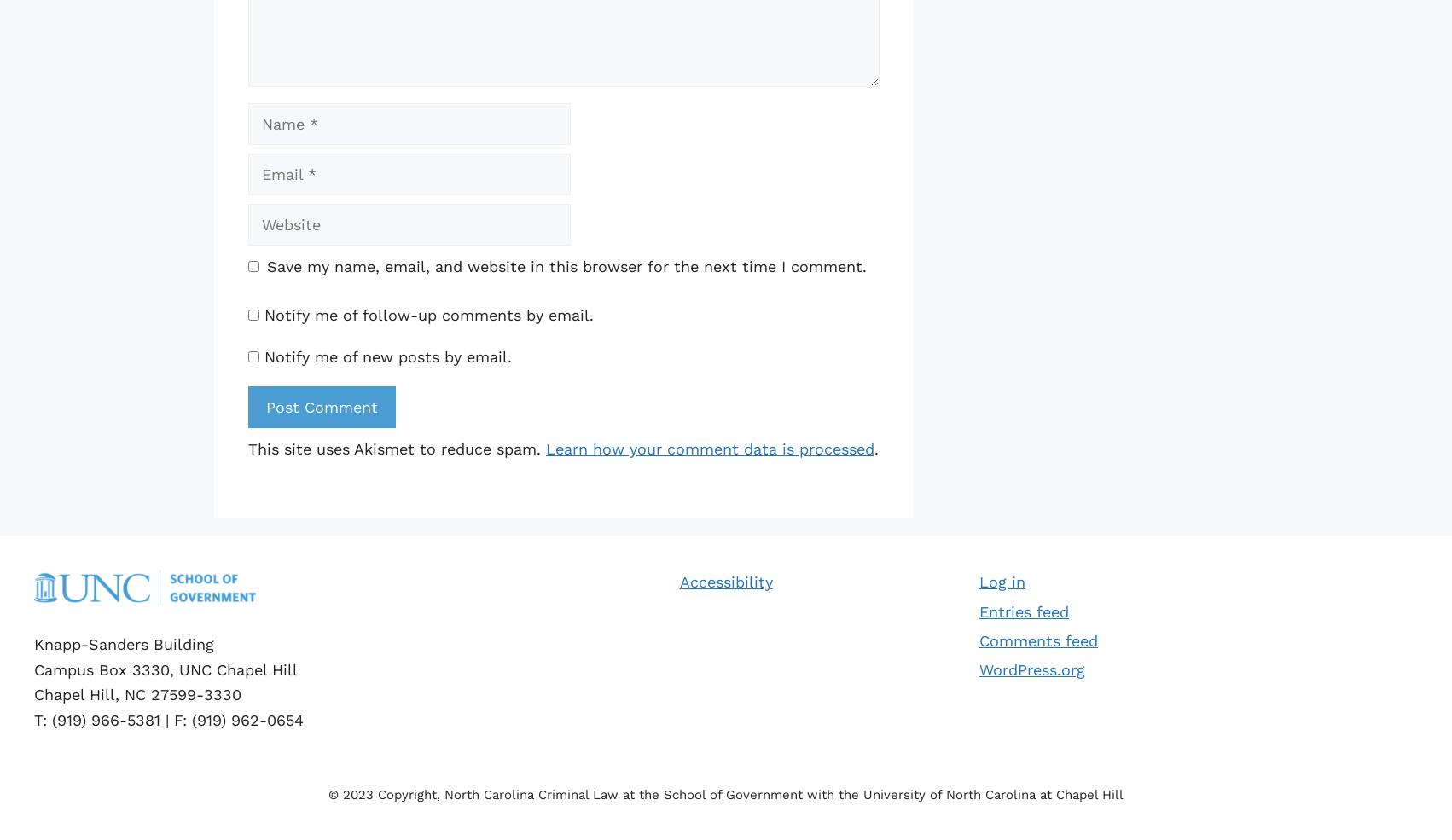  What do you see at coordinates (123, 643) in the screenshot?
I see `'Knapp-Sanders Building'` at bounding box center [123, 643].